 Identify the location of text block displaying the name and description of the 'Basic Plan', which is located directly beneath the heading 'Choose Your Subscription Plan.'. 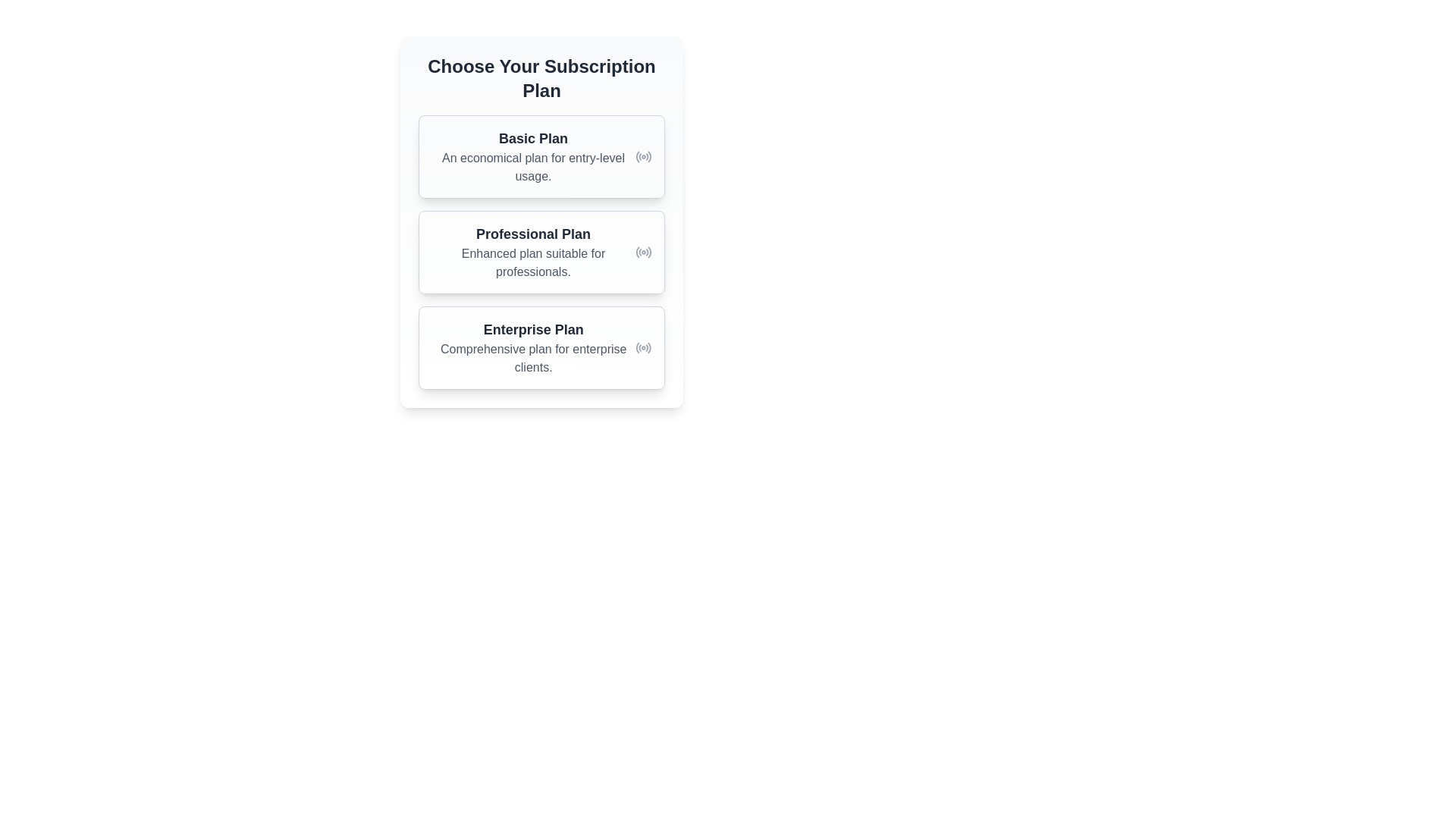
(533, 157).